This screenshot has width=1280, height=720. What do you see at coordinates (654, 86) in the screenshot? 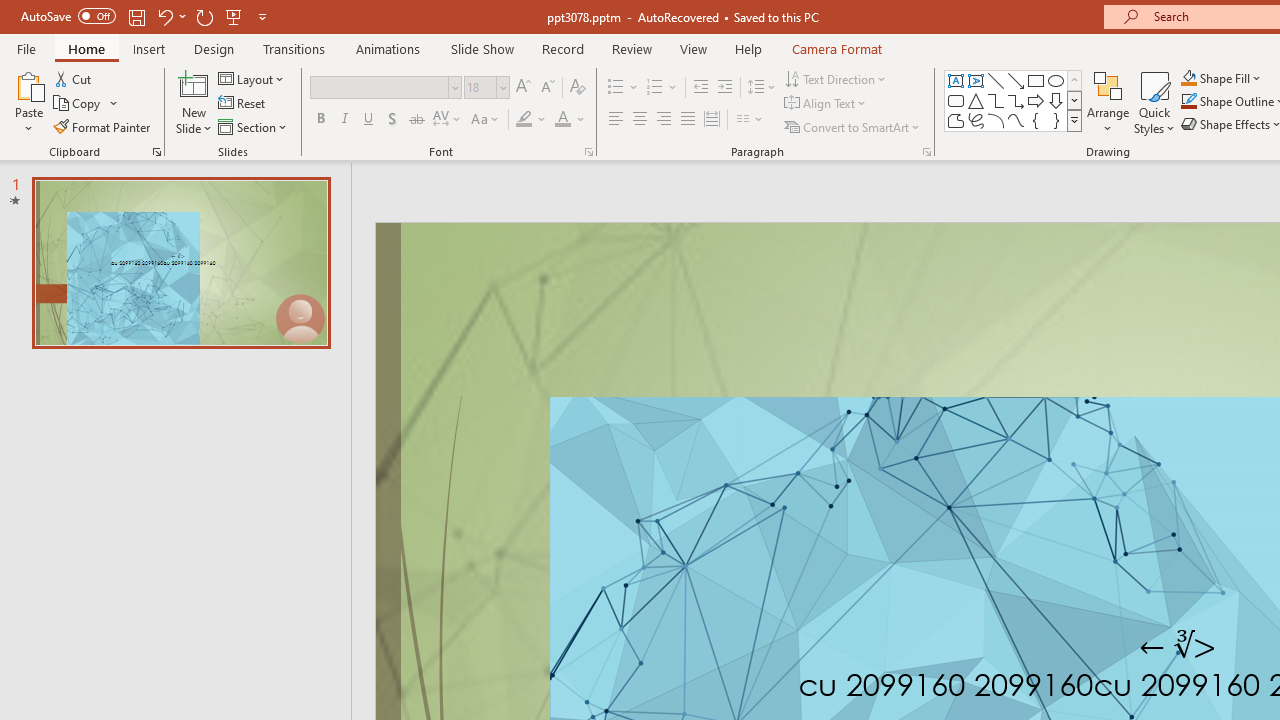
I see `'Numbering'` at bounding box center [654, 86].